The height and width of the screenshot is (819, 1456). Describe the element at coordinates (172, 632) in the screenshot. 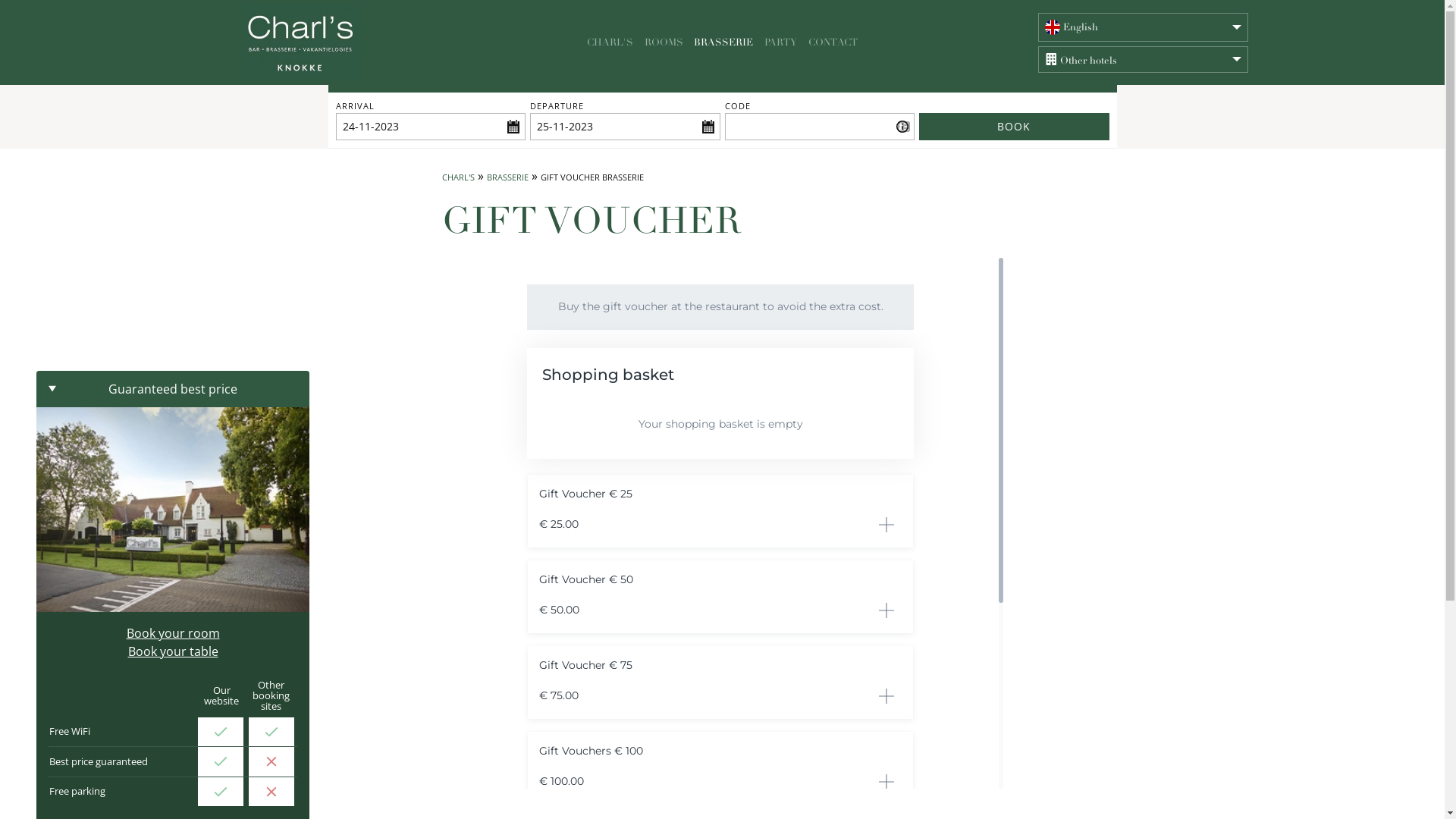

I see `'Book your room'` at that location.